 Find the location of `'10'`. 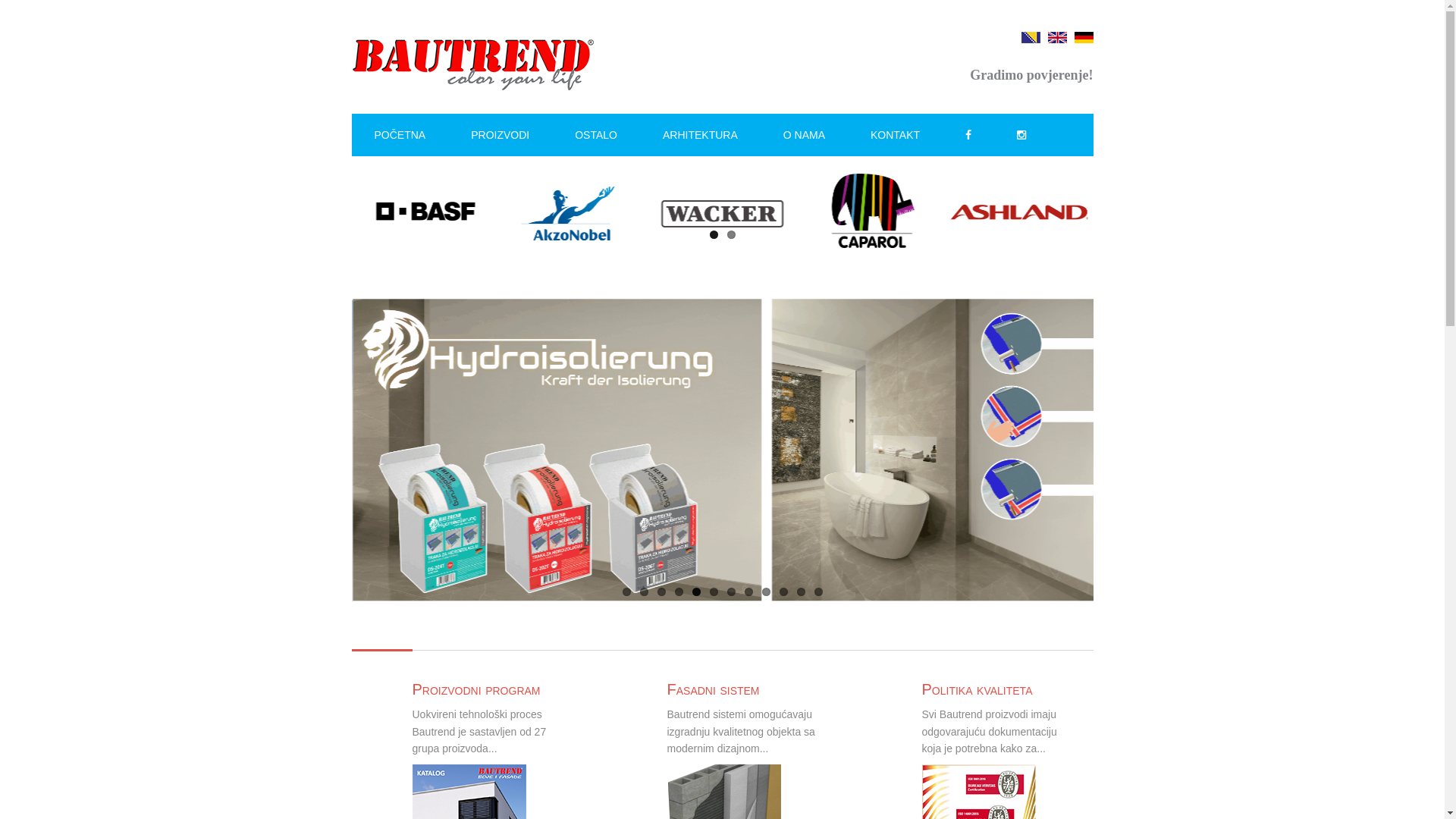

'10' is located at coordinates (783, 591).